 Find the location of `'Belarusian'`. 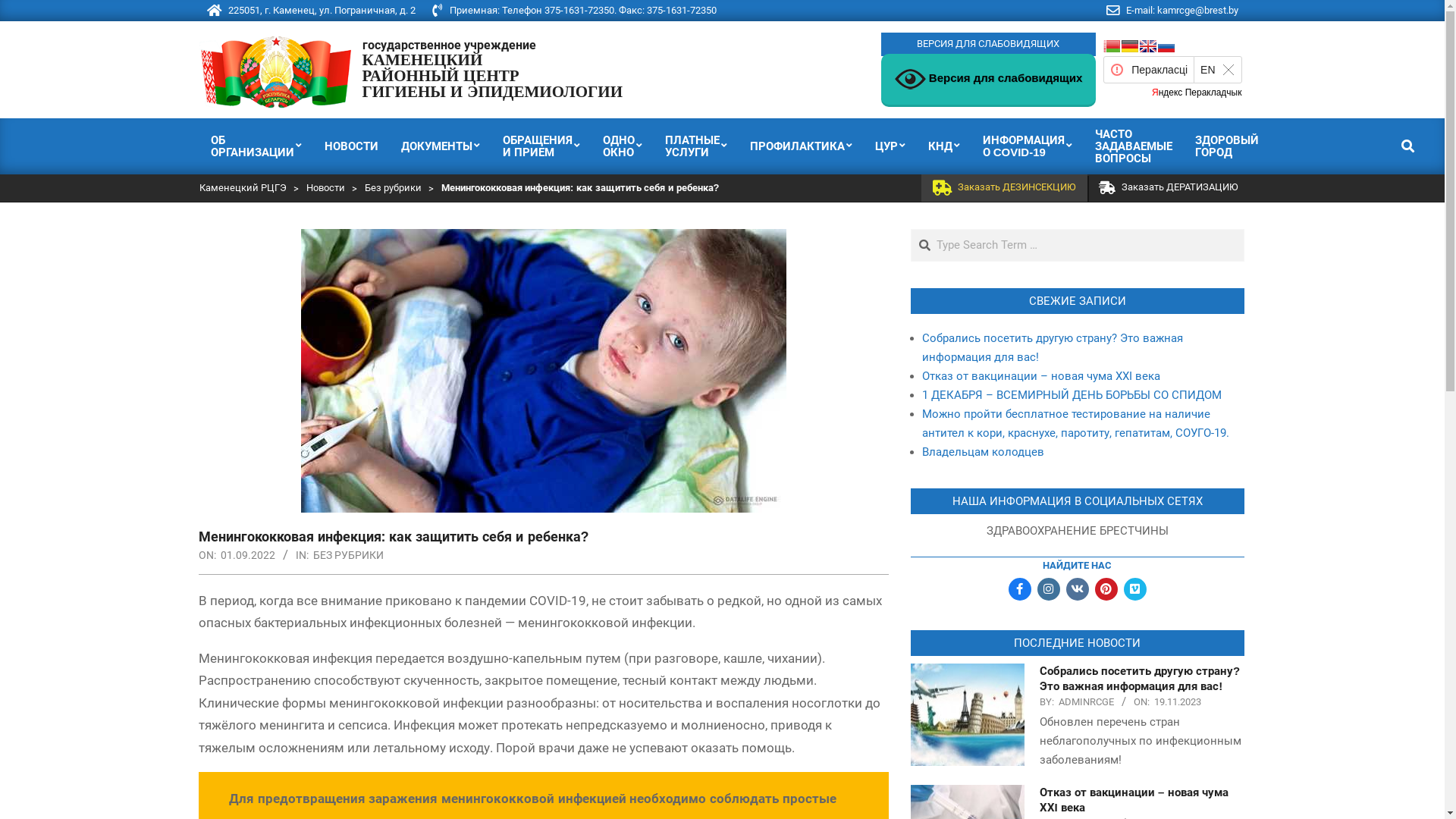

'Belarusian' is located at coordinates (1111, 45).